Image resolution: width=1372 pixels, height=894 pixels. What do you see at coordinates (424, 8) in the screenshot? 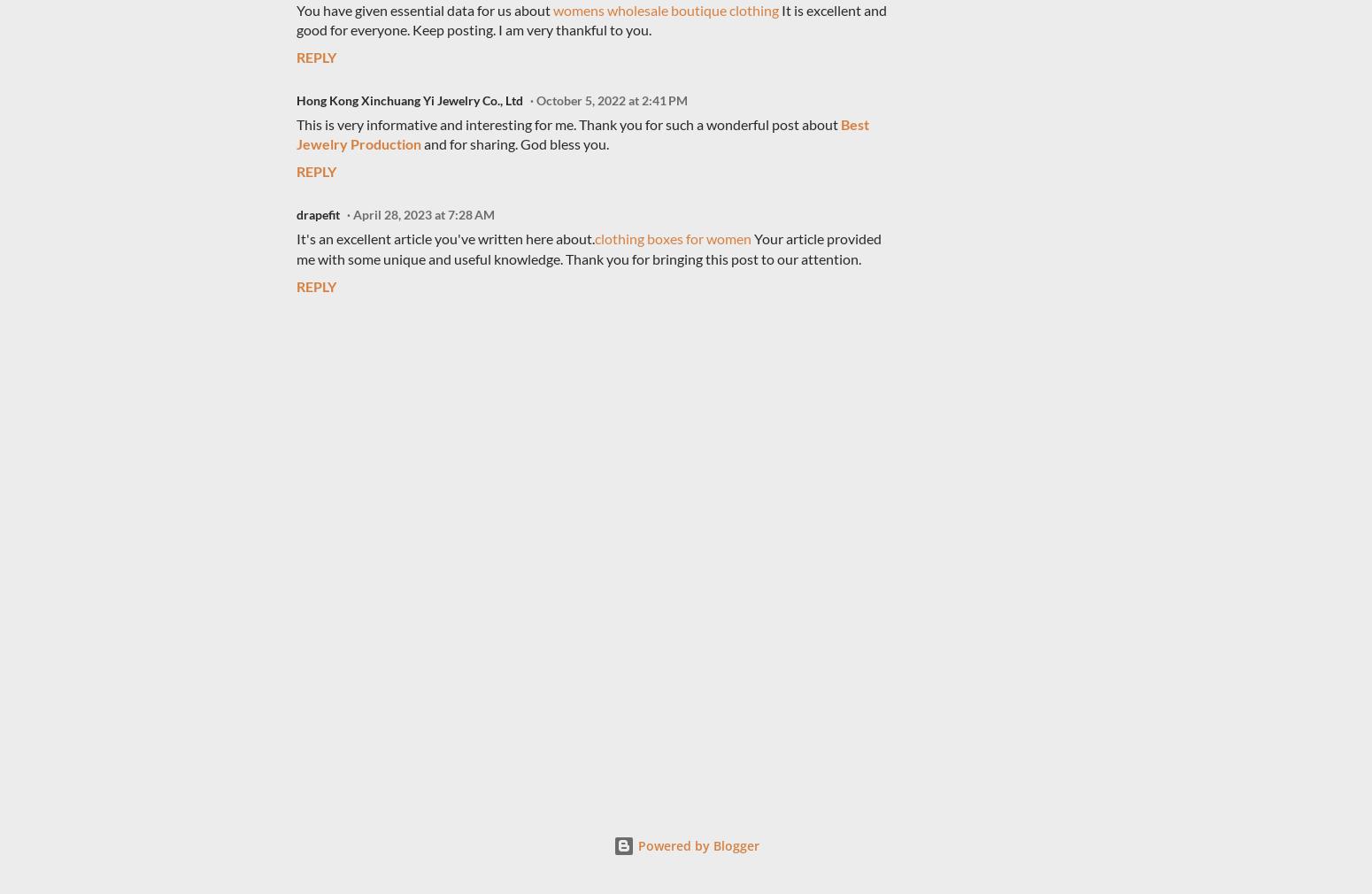
I see `'You have given essential data for us about'` at bounding box center [424, 8].